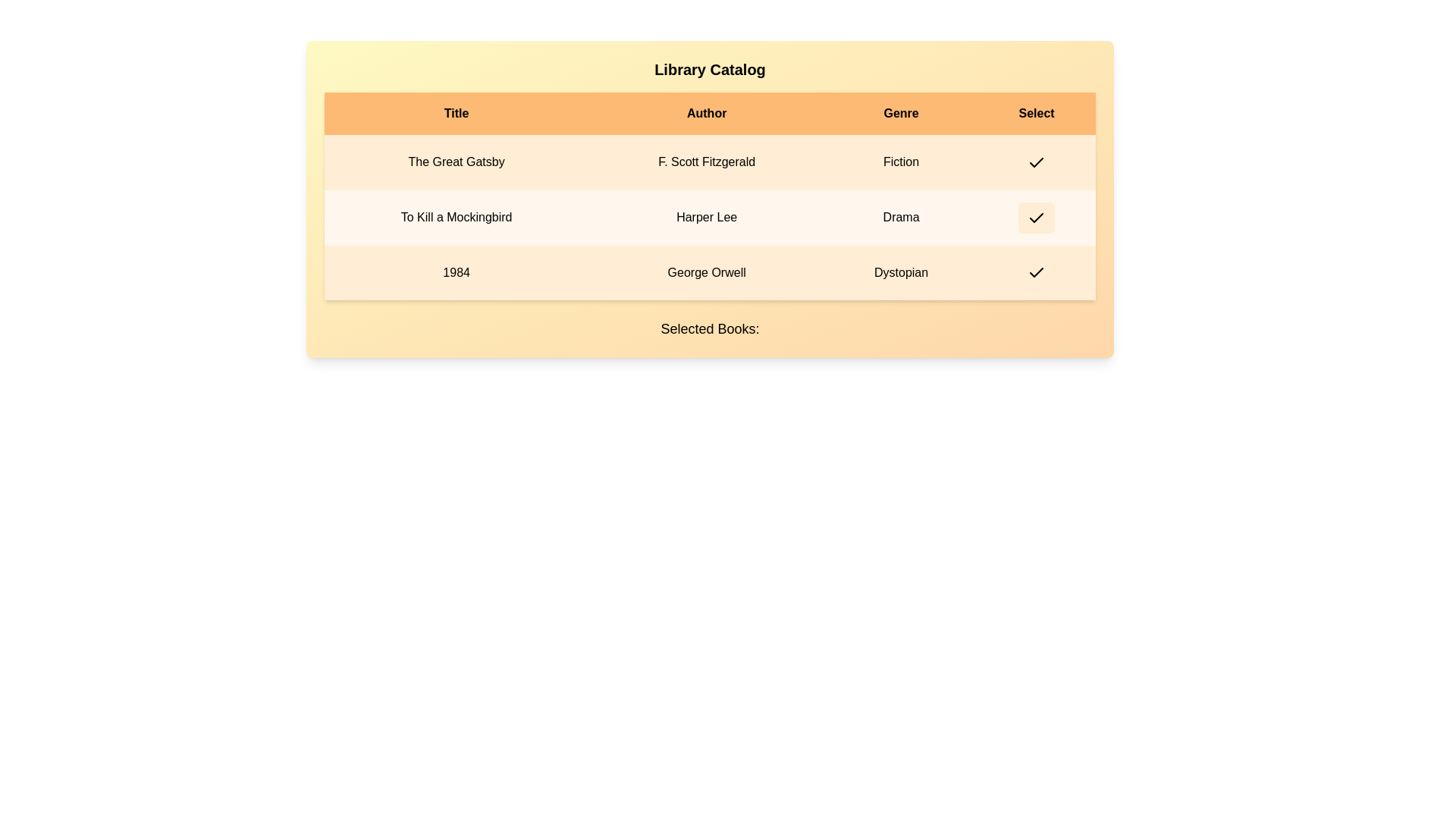 The image size is (1456, 819). Describe the element at coordinates (709, 328) in the screenshot. I see `the text label reading 'Selected Books:' which is styled in a medium-sized bold font and is positioned at the bottom of the 'Library Catalog' section` at that location.